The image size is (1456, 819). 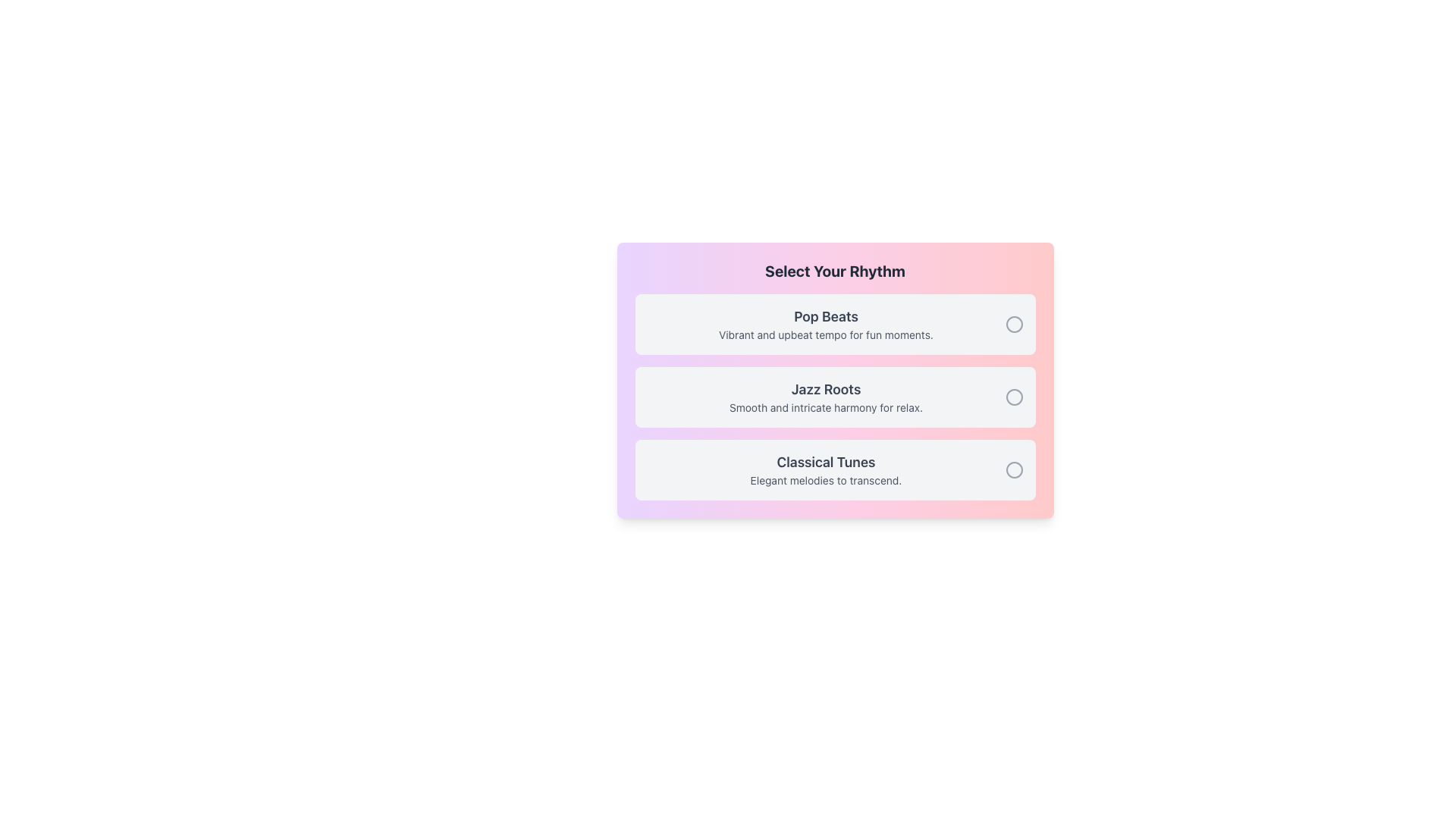 I want to click on the inner circle of the radio button for the 'Jazz Roots' option, so click(x=1014, y=397).